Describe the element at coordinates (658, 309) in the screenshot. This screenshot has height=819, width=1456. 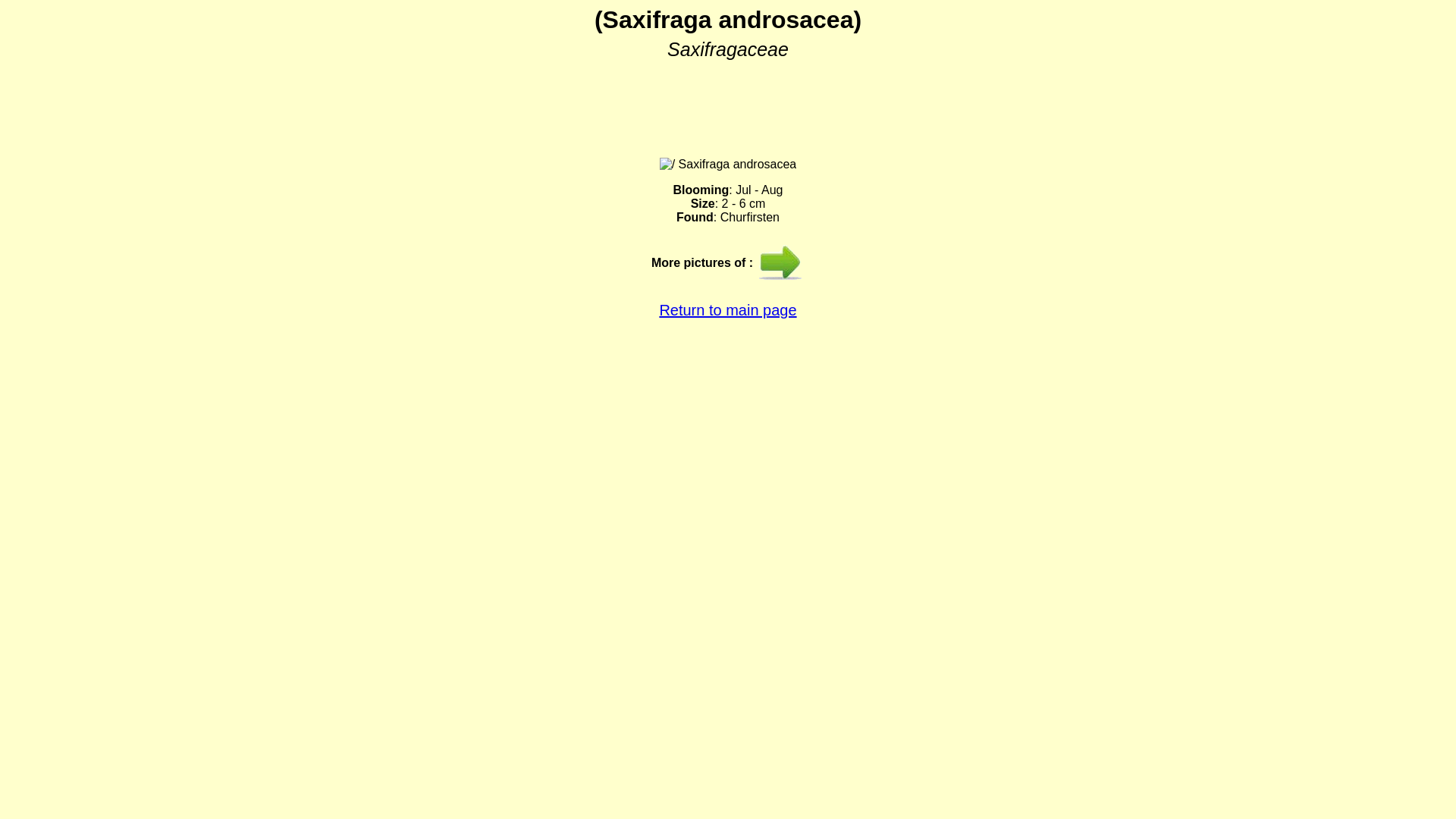
I see `'Return to main page'` at that location.